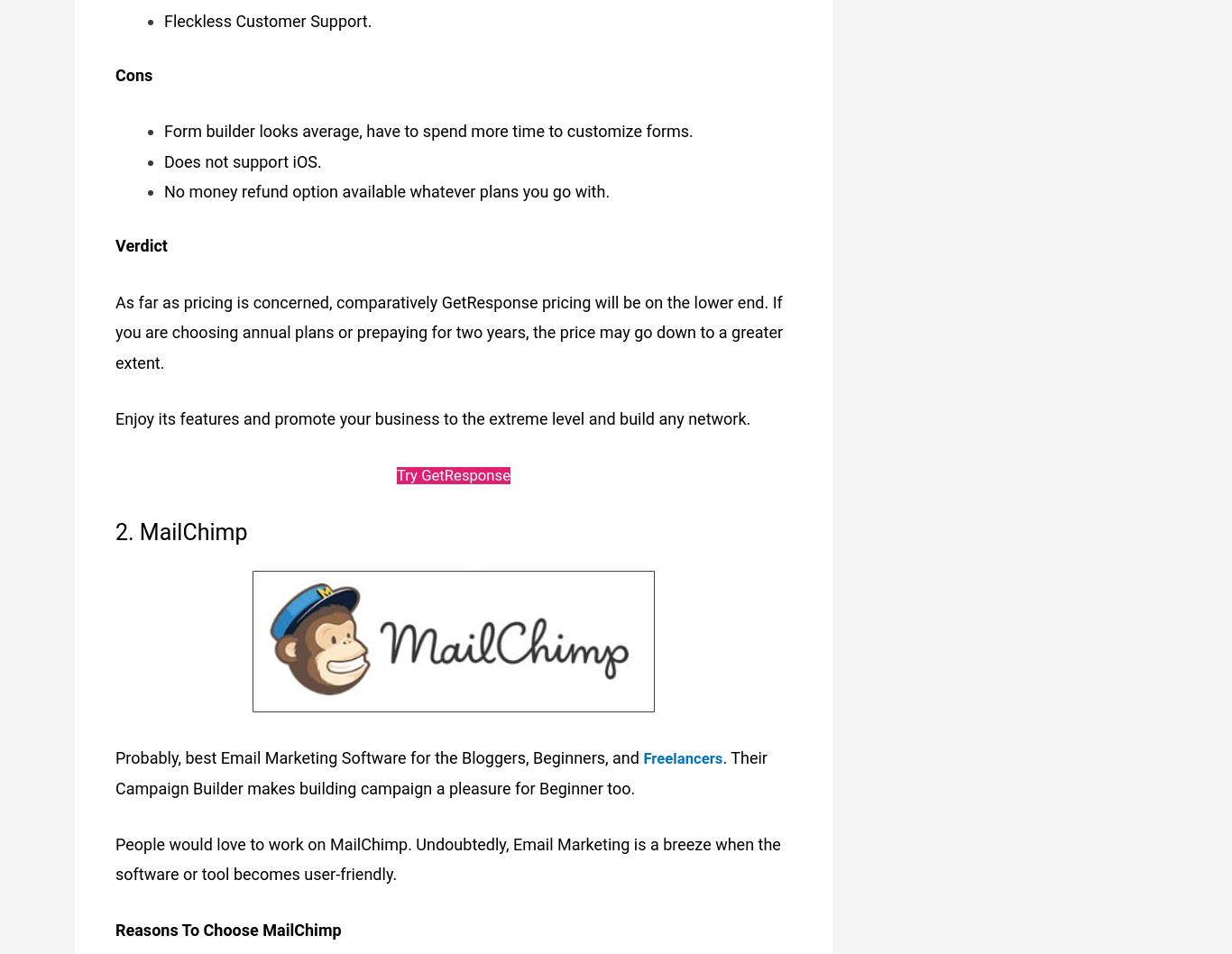 The image size is (1232, 954). Describe the element at coordinates (140, 241) in the screenshot. I see `'Verdict'` at that location.